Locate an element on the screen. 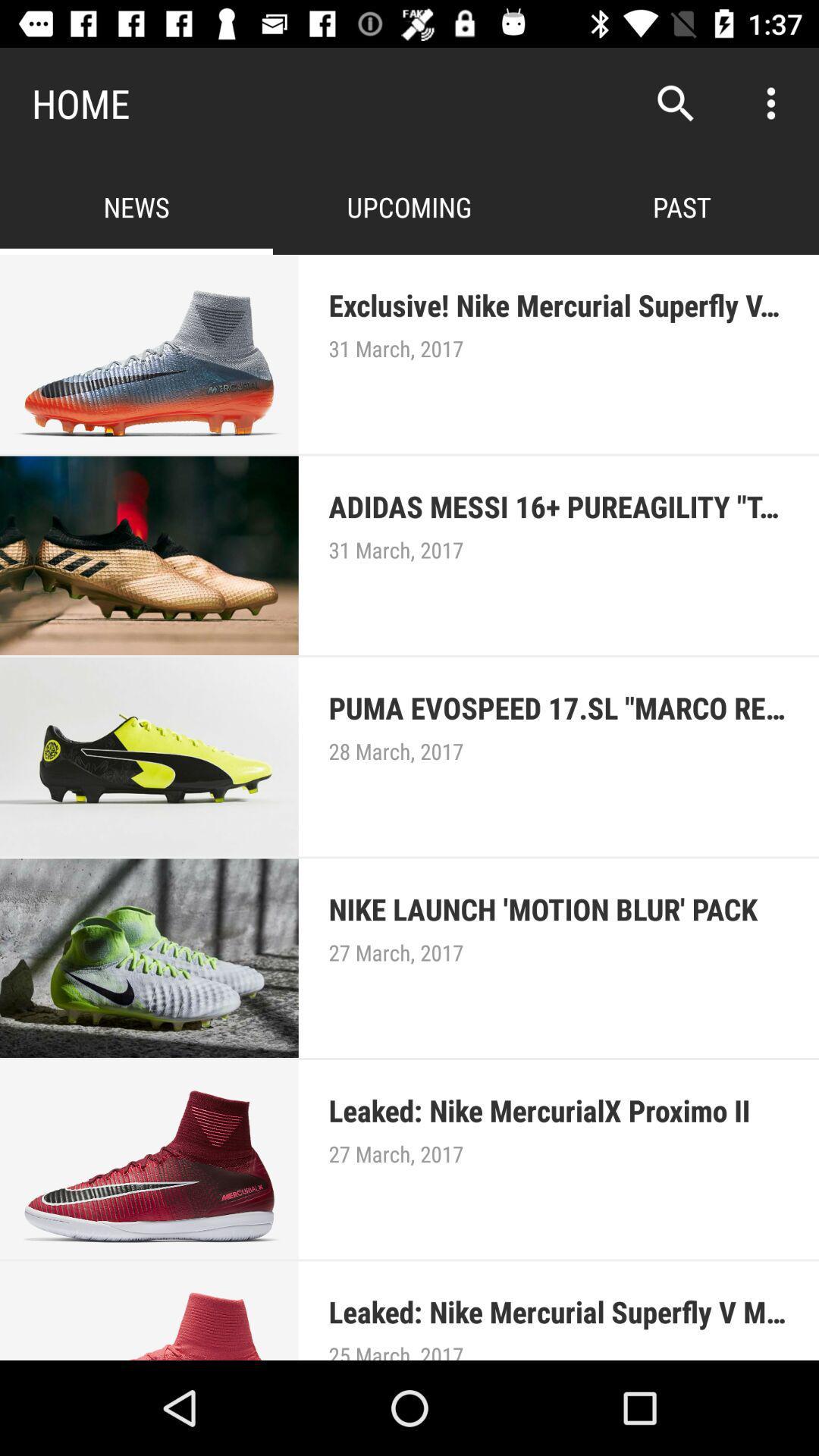 This screenshot has height=1456, width=819. icon above exclusive nike mercurial icon is located at coordinates (771, 102).